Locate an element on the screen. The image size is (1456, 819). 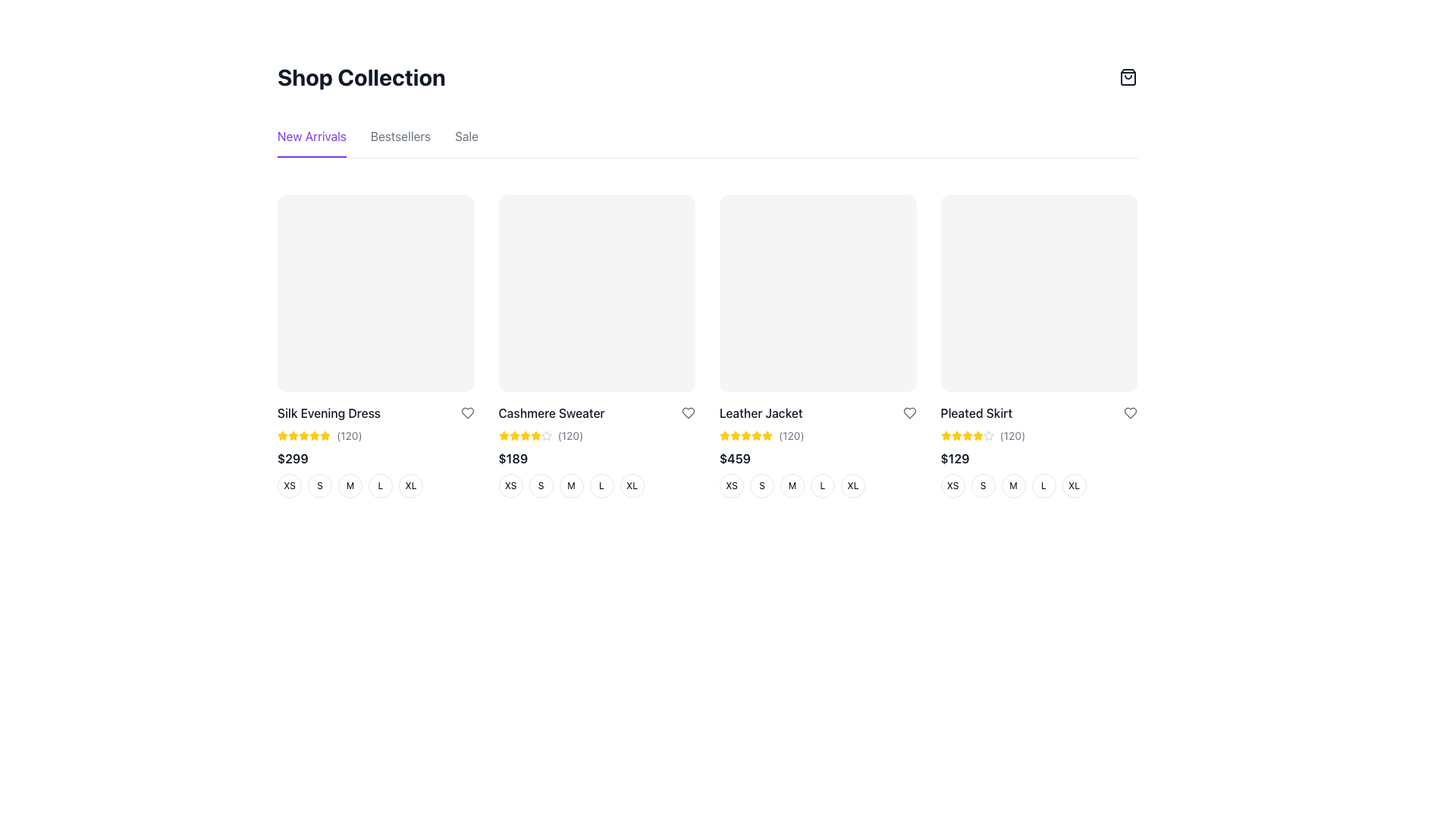
the circular button labeled 'XS' with a white background and thin gray border is located at coordinates (731, 485).